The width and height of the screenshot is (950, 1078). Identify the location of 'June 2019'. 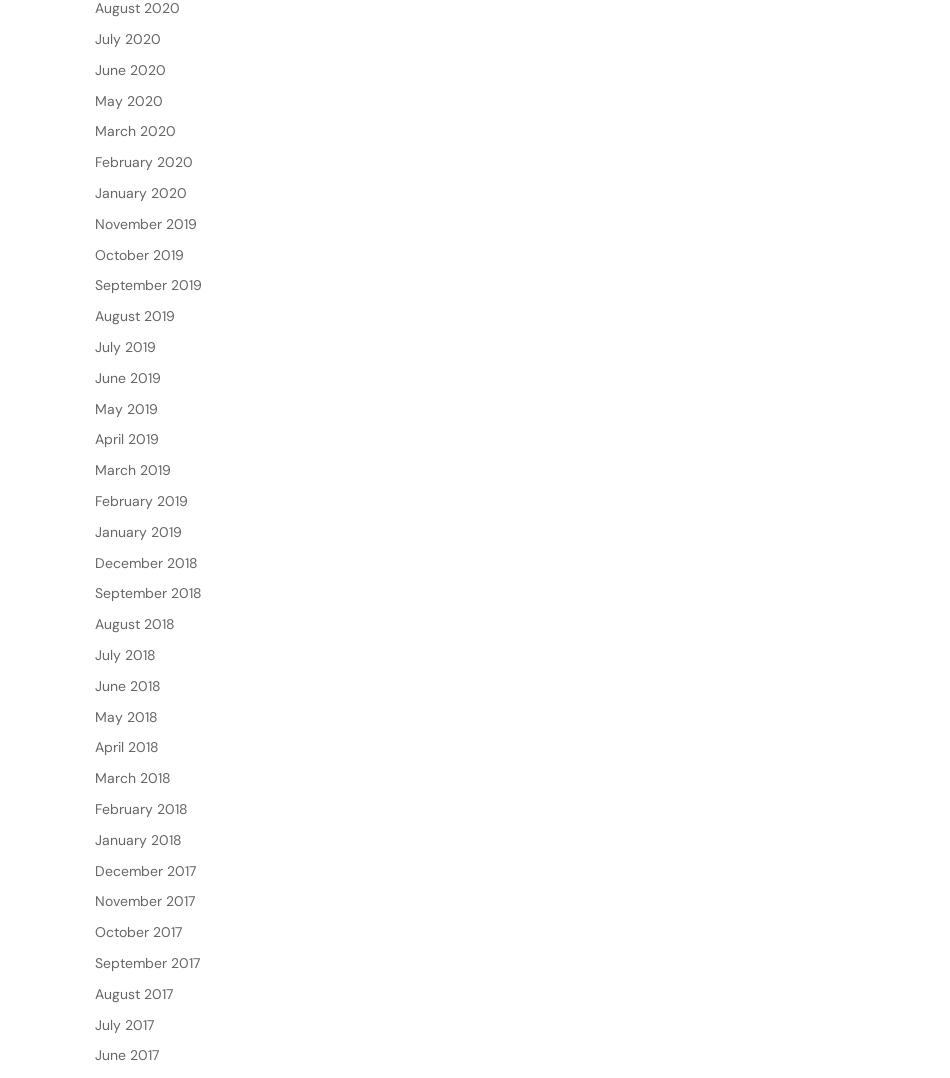
(95, 441).